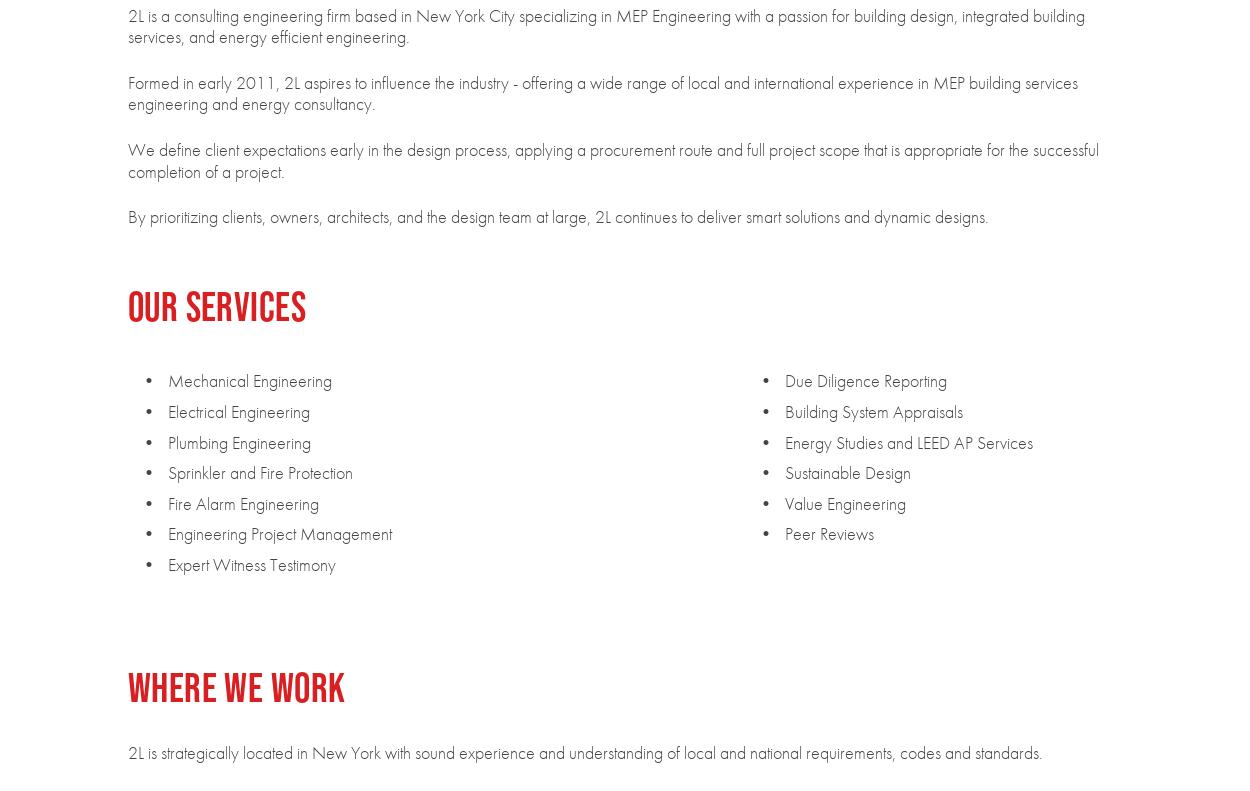  I want to click on 'Plumbing Engineering', so click(237, 441).